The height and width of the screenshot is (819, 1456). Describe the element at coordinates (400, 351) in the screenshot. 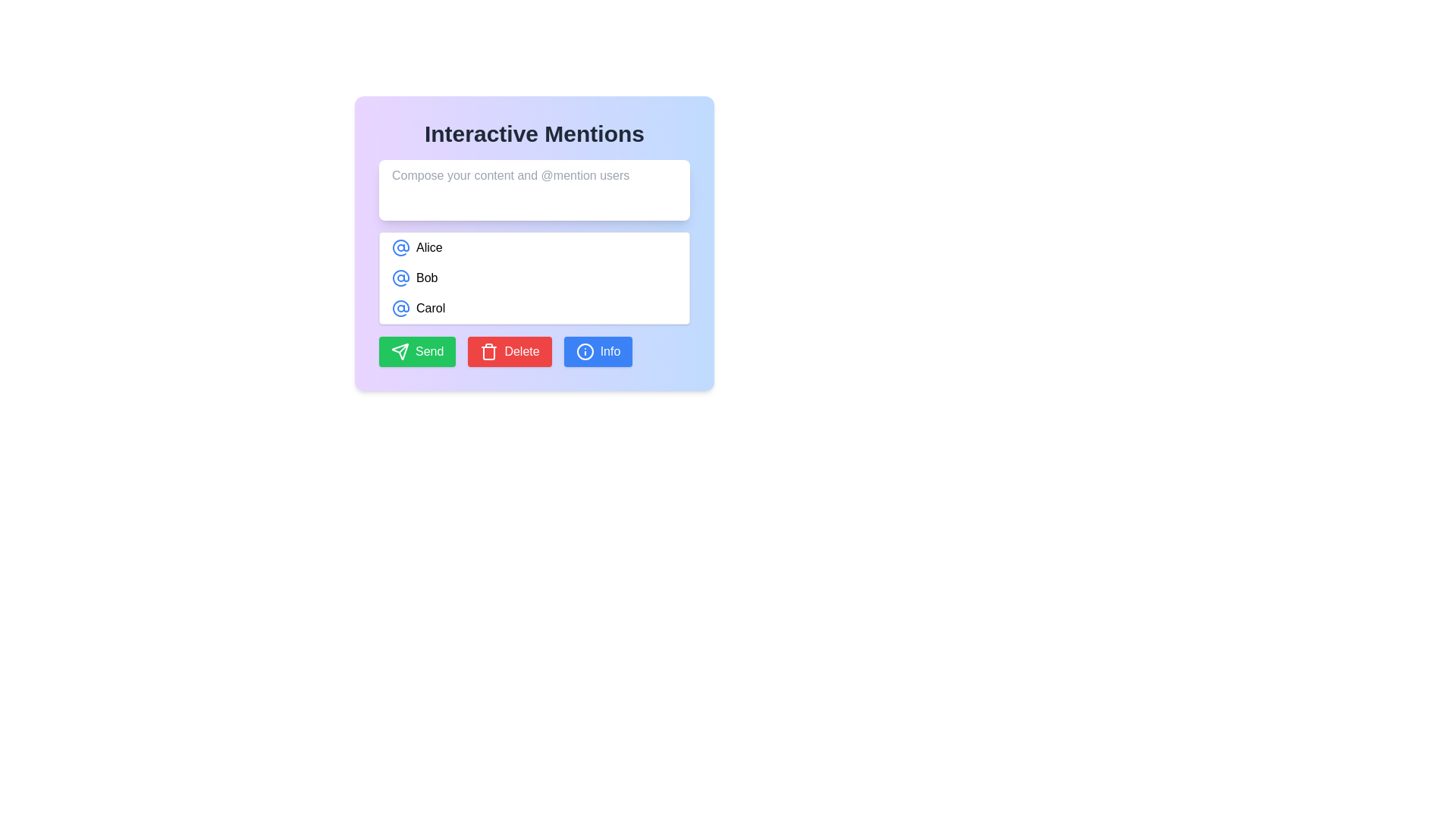

I see `the lower-left segment of the paper airplane icon on the green 'Send' button to send a message` at that location.